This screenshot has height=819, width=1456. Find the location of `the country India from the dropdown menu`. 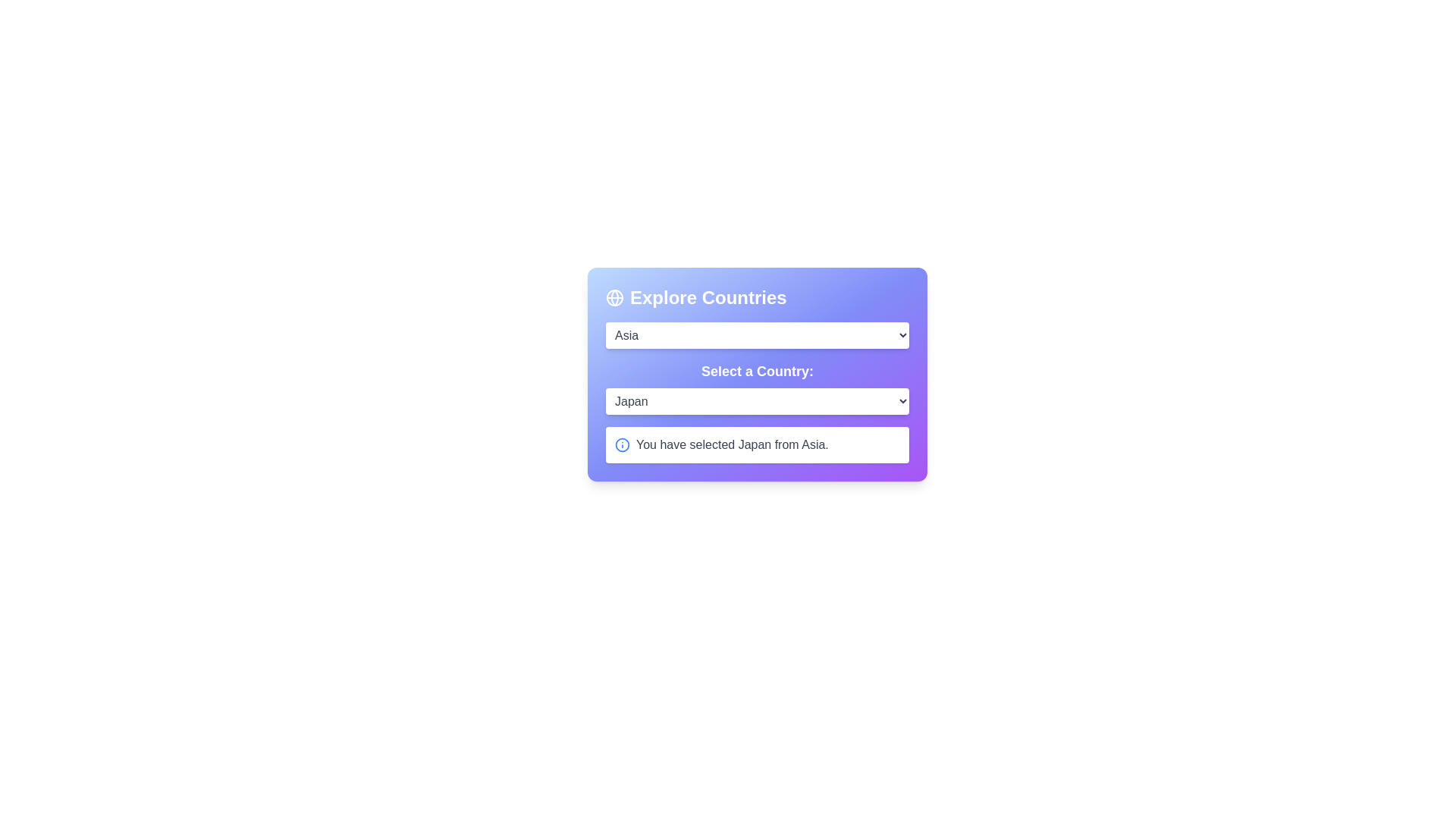

the country India from the dropdown menu is located at coordinates (757, 400).